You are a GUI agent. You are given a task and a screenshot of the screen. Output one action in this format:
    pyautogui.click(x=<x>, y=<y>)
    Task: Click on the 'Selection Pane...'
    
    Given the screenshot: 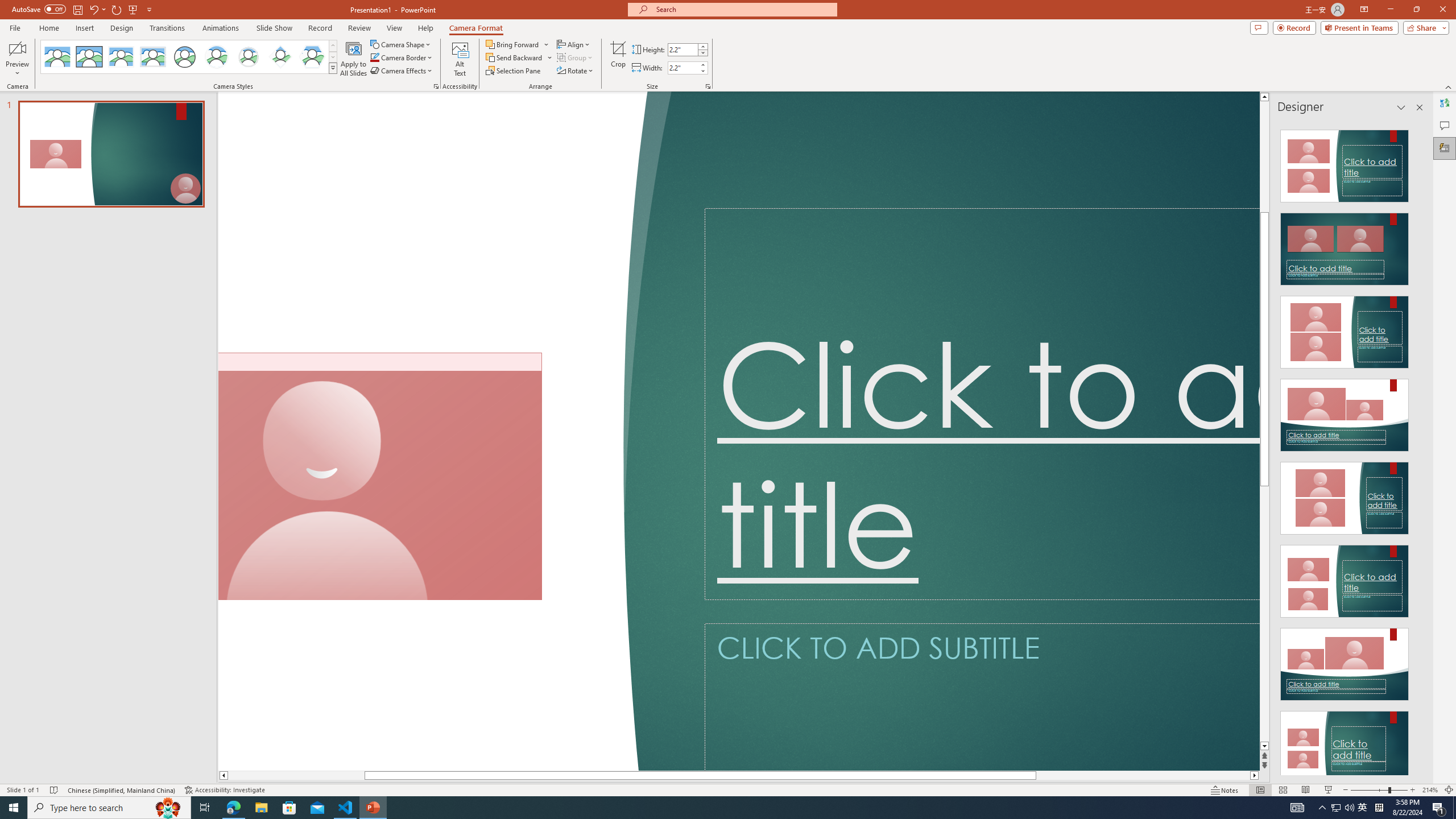 What is the action you would take?
    pyautogui.click(x=513, y=69)
    